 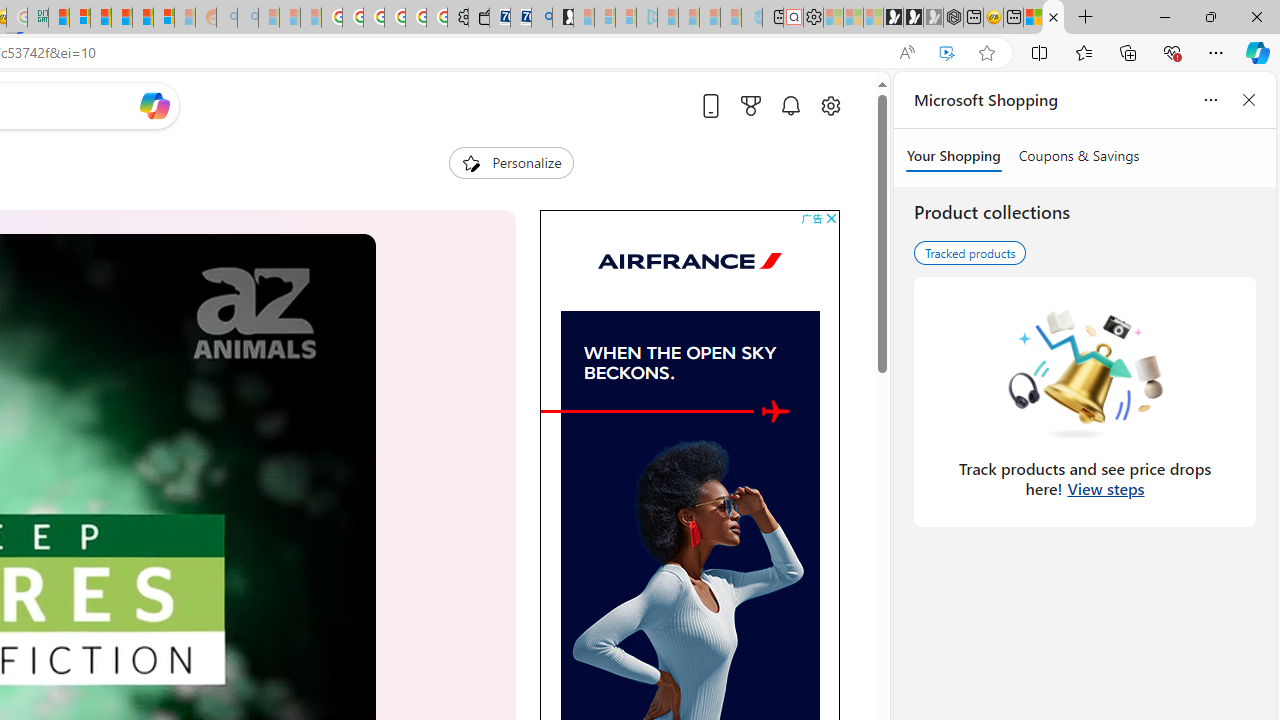 What do you see at coordinates (520, 17) in the screenshot?
I see `'Cheap Car Rentals - Save70.com'` at bounding box center [520, 17].